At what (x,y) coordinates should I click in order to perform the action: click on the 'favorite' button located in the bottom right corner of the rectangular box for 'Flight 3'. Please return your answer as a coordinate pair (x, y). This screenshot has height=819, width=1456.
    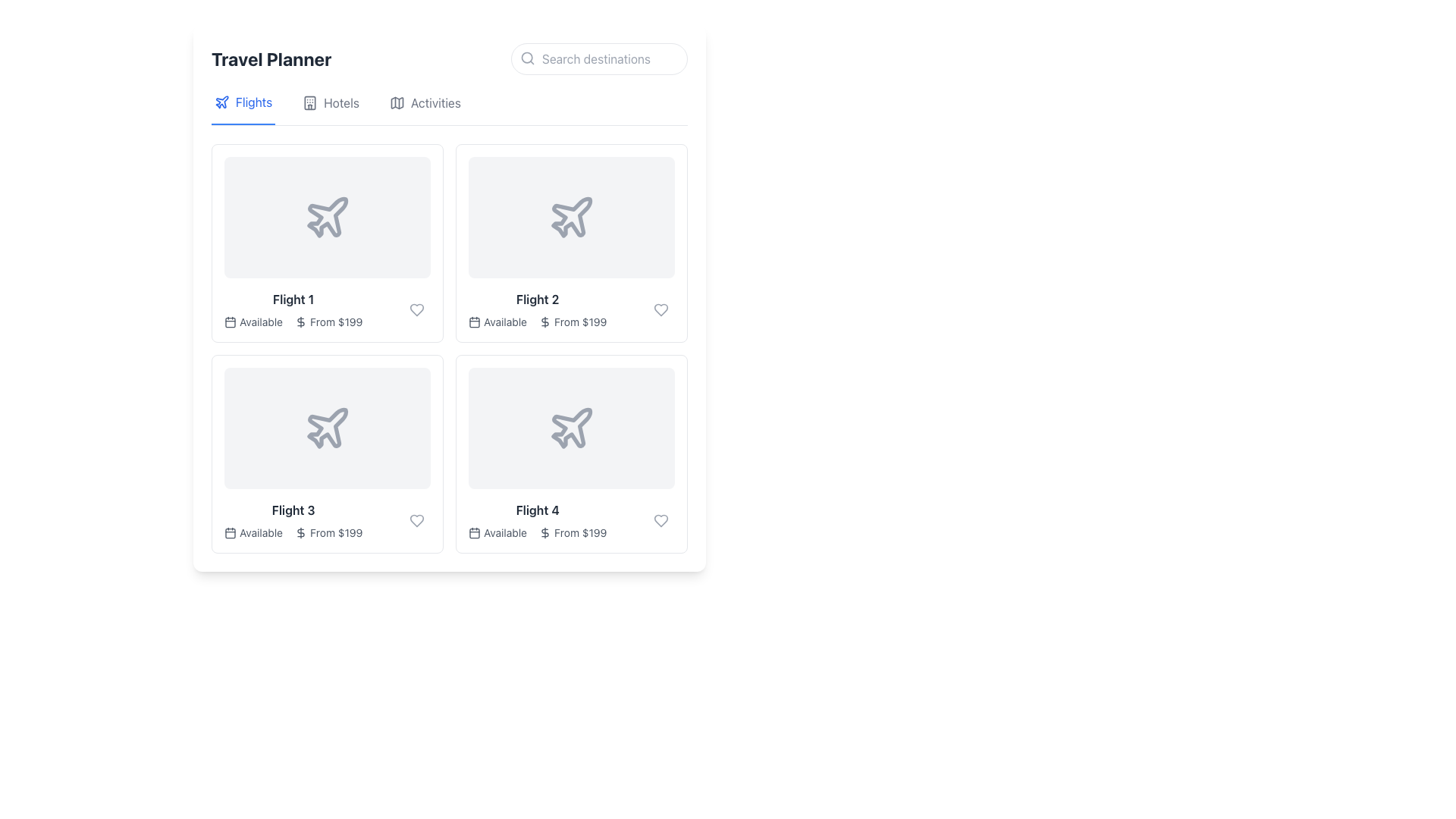
    Looking at the image, I should click on (417, 519).